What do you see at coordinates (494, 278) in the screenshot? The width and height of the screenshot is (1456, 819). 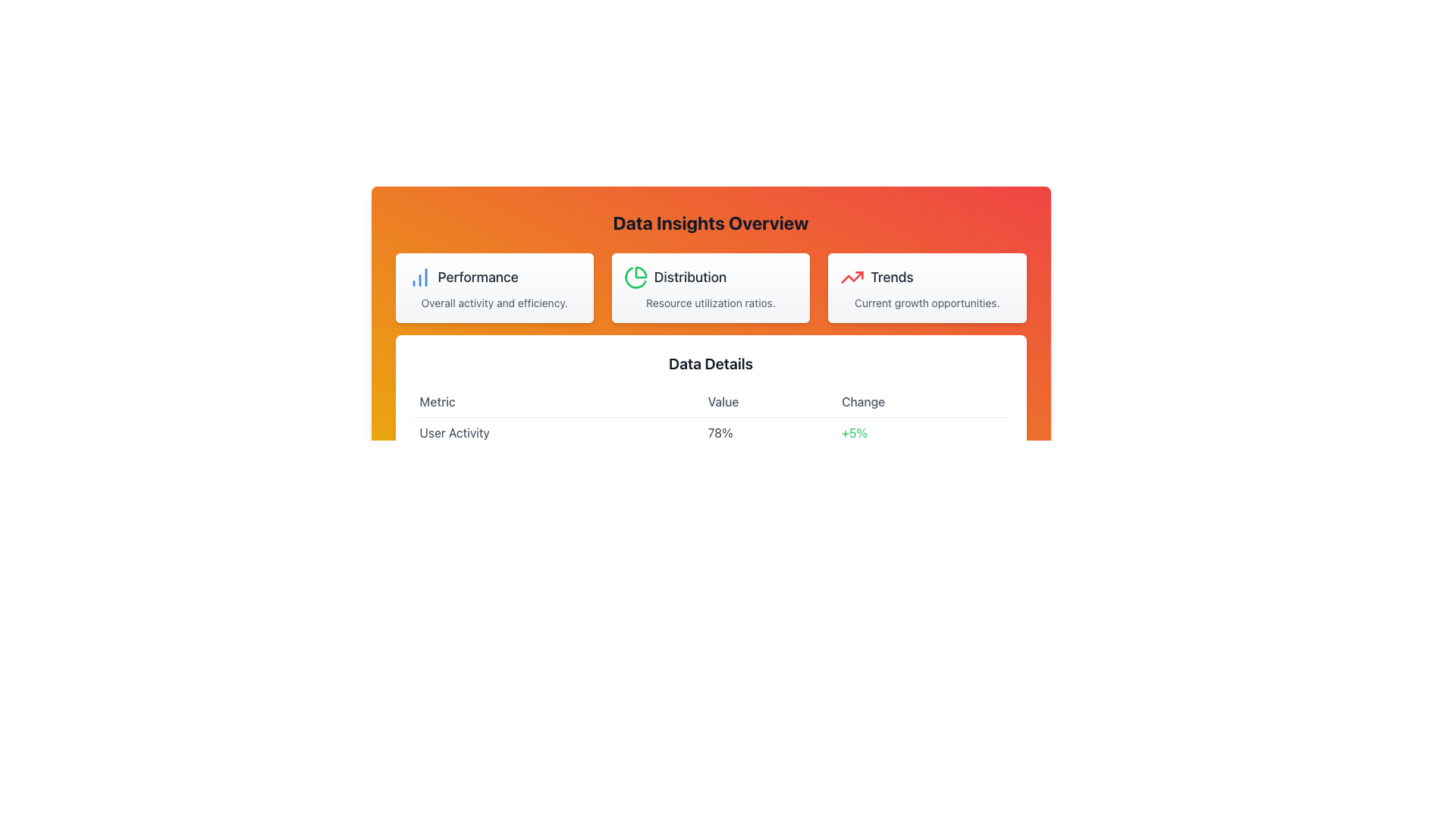 I see `the text label that serves as the header for performance-related metrics, located at the top-left area of the first card in a series of three cards arranged horizontally` at bounding box center [494, 278].